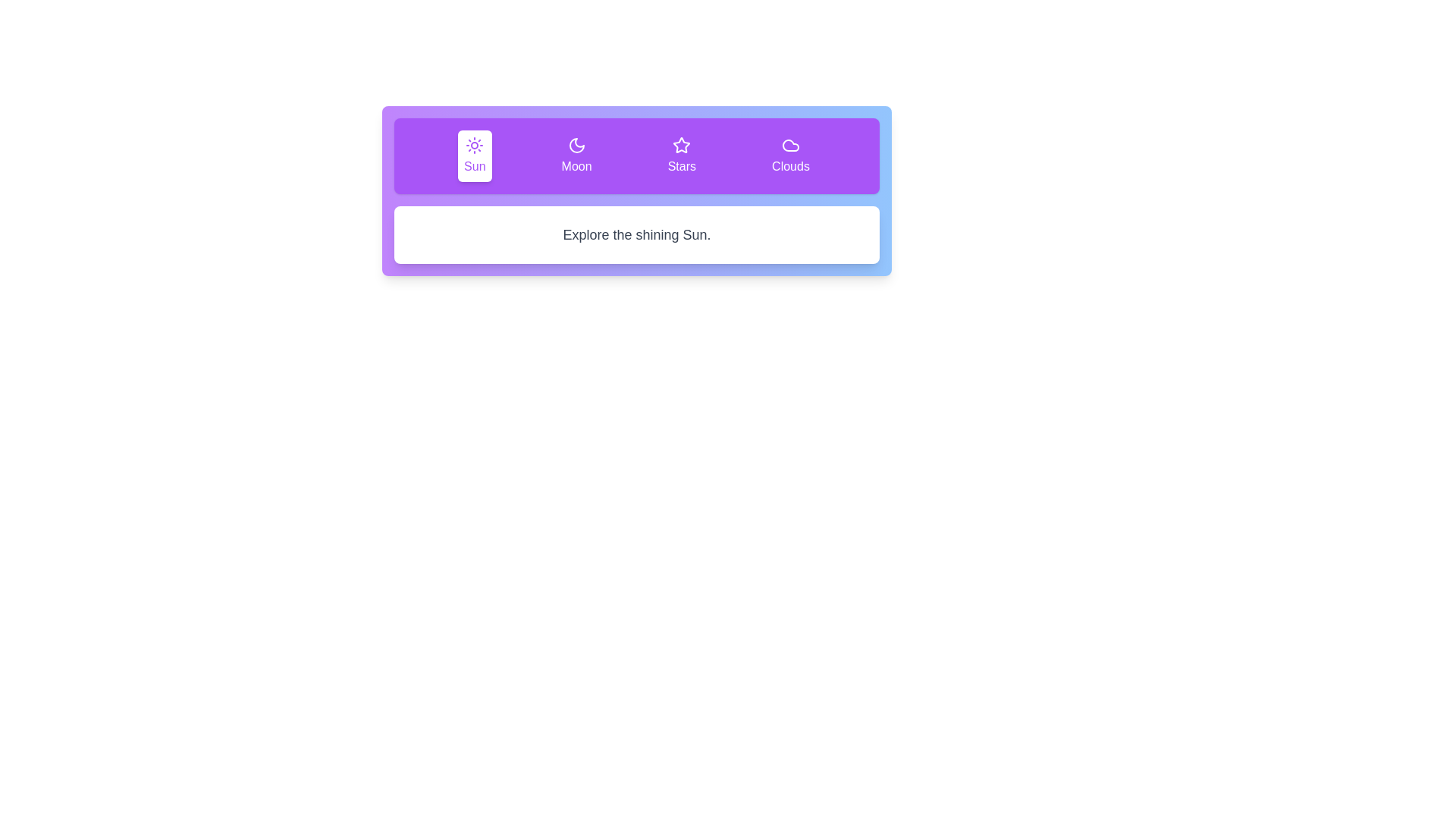 The width and height of the screenshot is (1456, 819). Describe the element at coordinates (576, 146) in the screenshot. I see `the 'Moon' icon` at that location.